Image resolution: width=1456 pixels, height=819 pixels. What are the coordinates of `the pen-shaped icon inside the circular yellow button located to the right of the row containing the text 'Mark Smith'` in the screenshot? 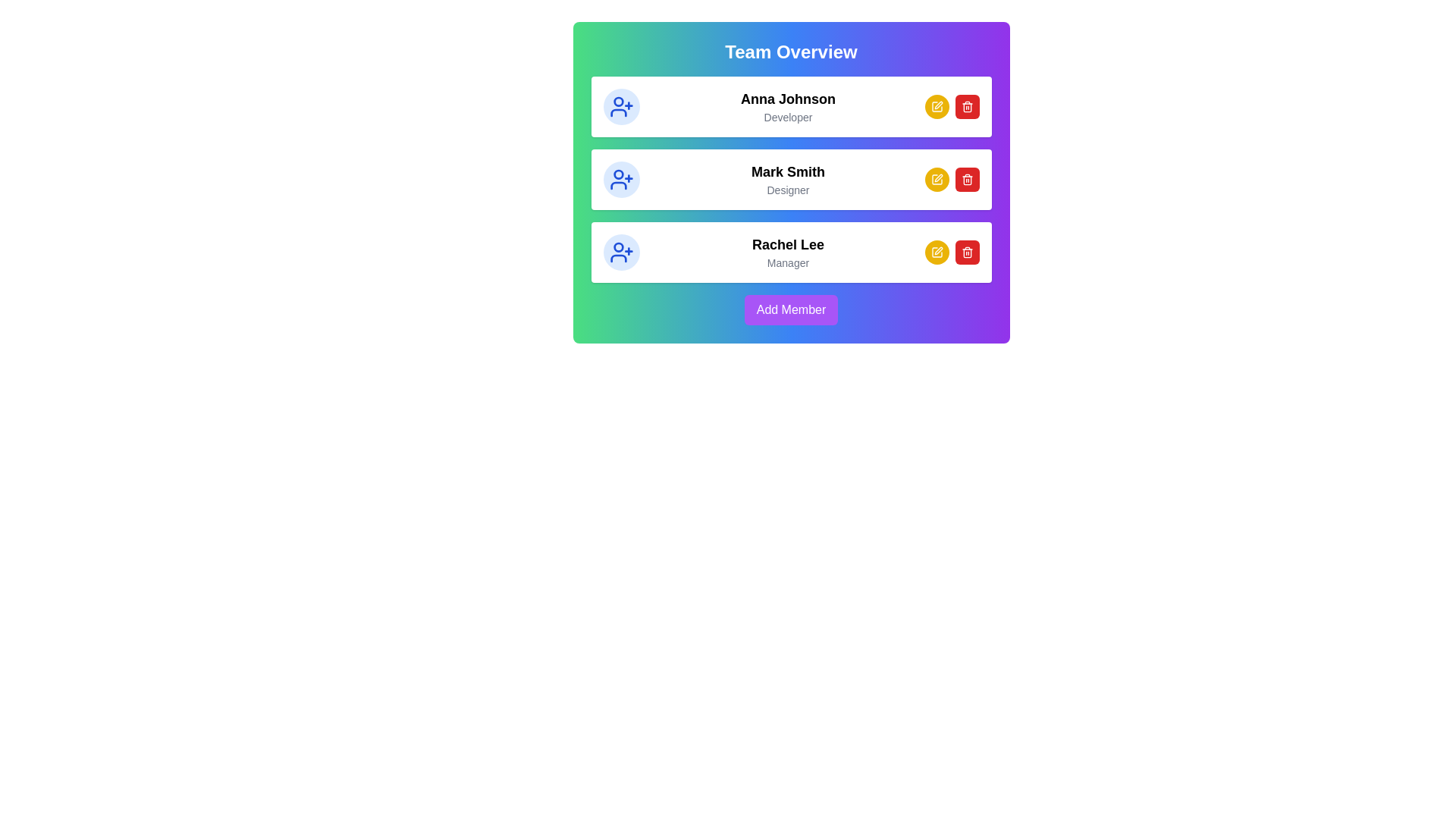 It's located at (936, 178).